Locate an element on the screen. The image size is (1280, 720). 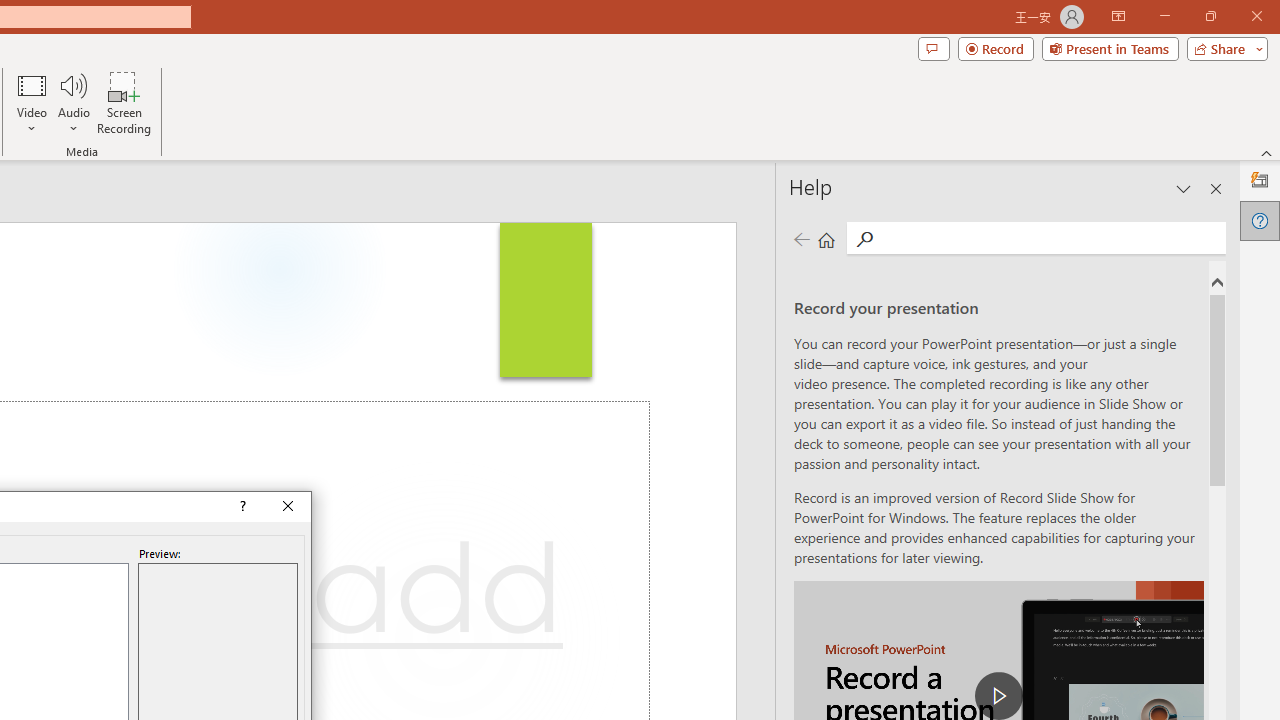
'Context help' is located at coordinates (240, 505).